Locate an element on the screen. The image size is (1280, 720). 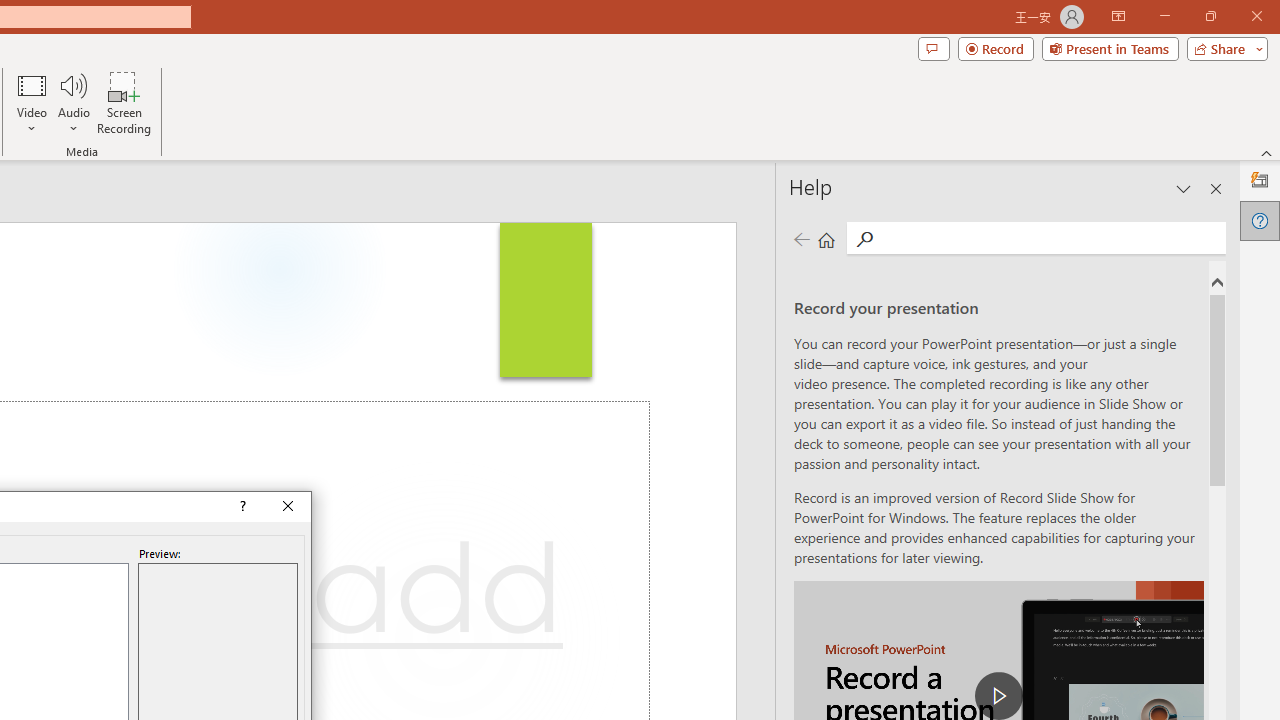
'Context help' is located at coordinates (240, 505).